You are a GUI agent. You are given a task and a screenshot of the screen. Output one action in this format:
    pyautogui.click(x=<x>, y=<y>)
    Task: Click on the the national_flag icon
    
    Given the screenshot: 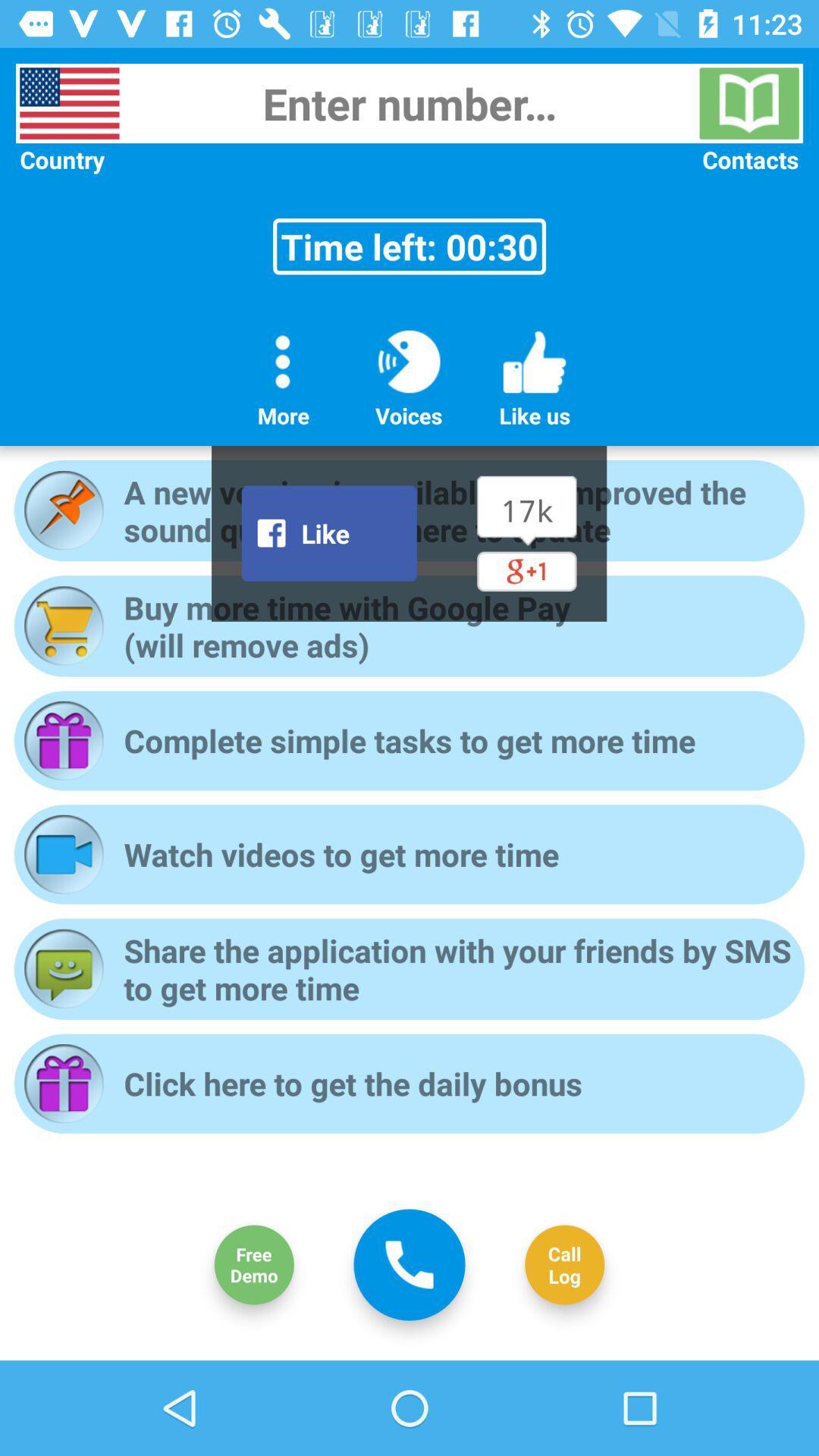 What is the action you would take?
    pyautogui.click(x=69, y=102)
    